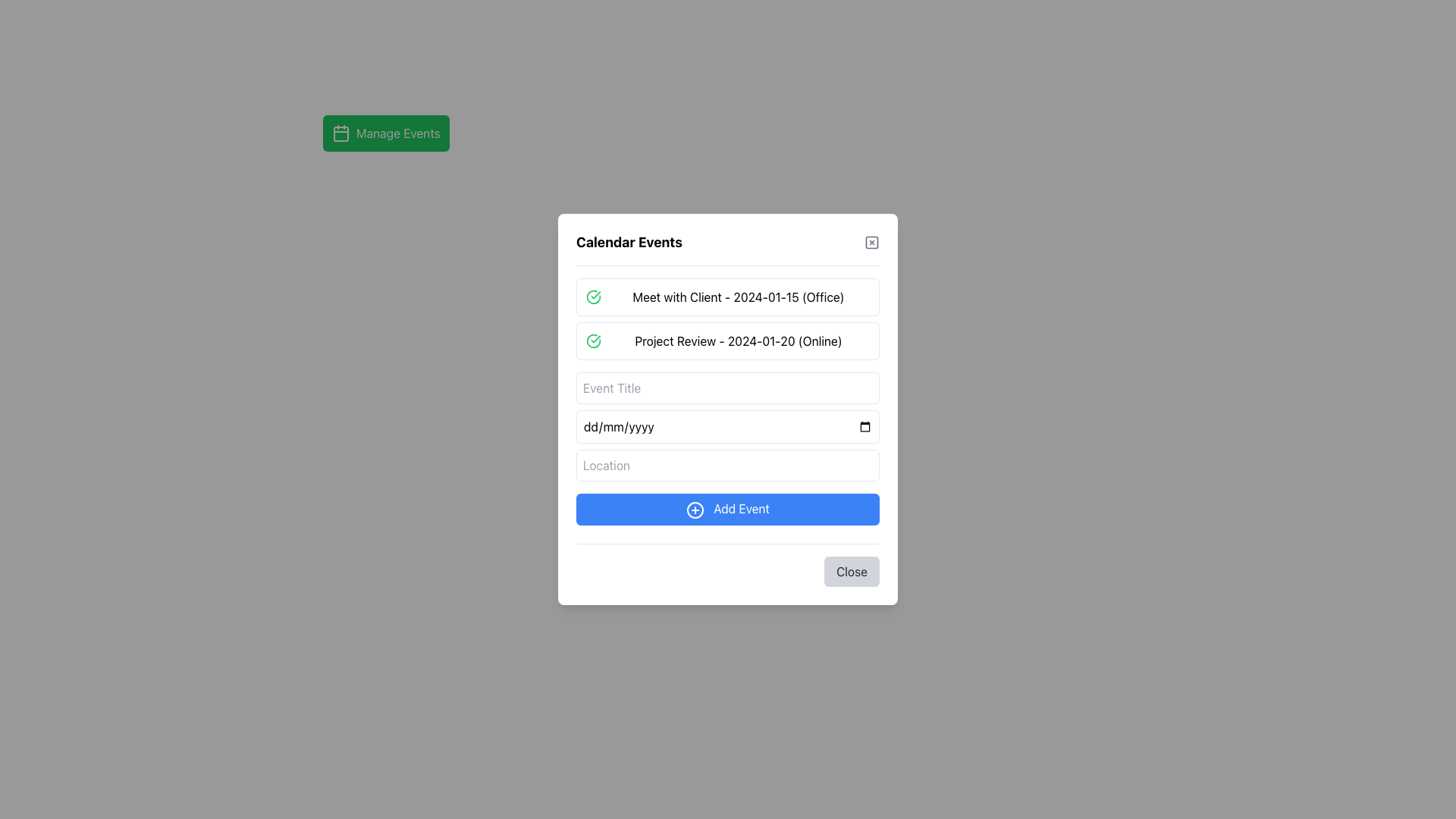  I want to click on the small rectangular calendar icon element located inside the green 'Manage Events' button in the top-left quarter of the interface, so click(340, 133).